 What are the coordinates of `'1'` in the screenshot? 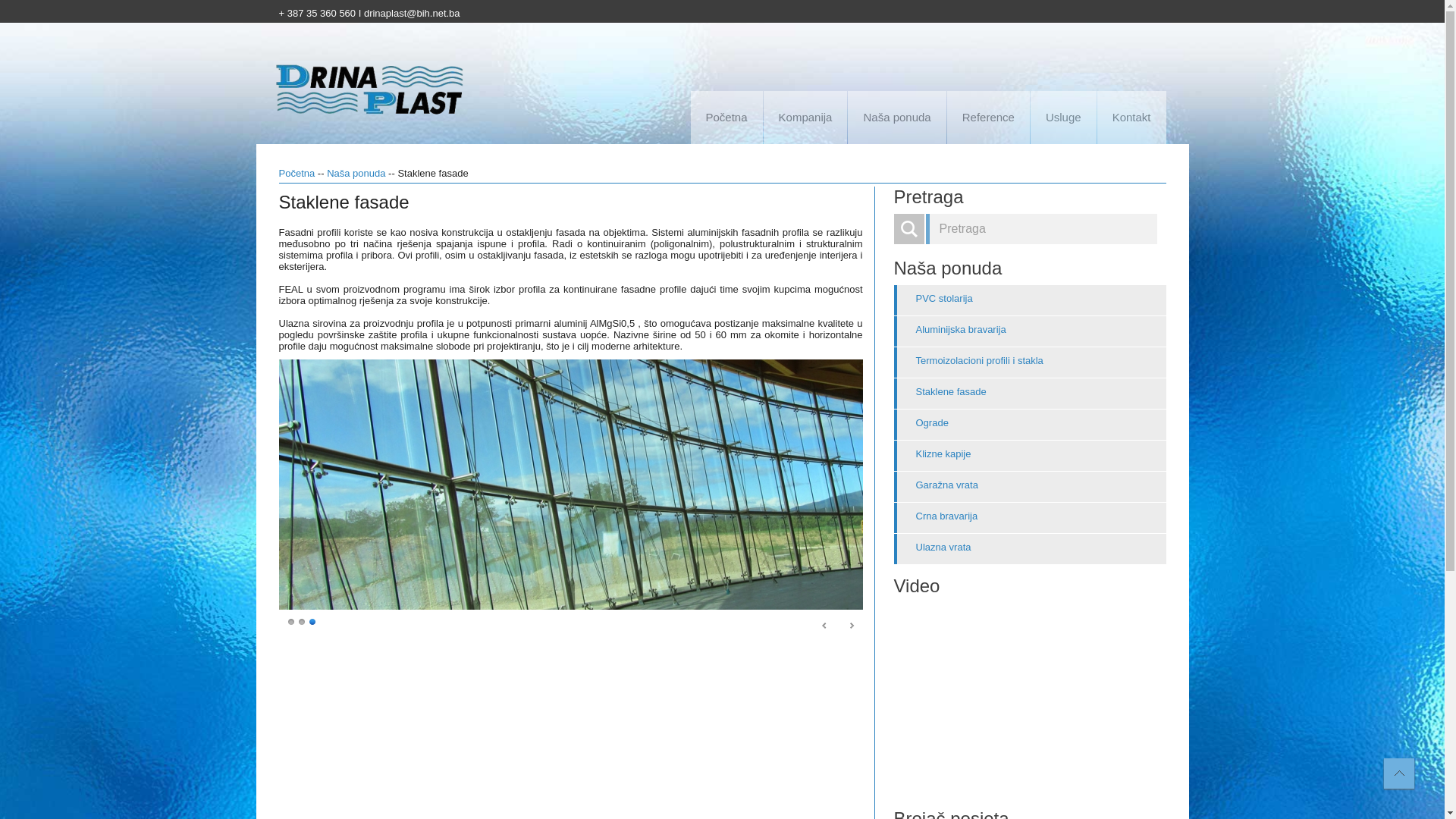 It's located at (291, 620).